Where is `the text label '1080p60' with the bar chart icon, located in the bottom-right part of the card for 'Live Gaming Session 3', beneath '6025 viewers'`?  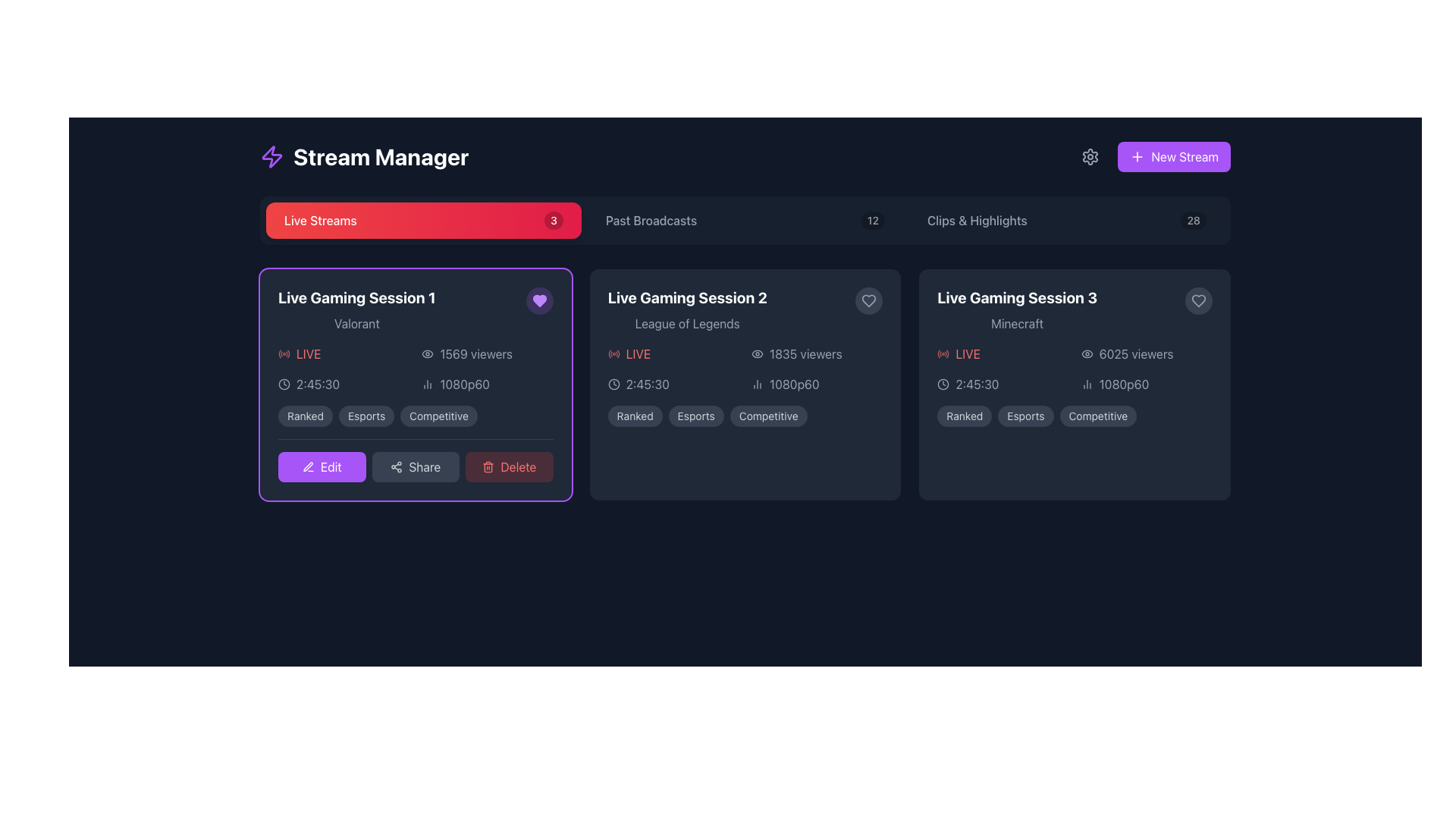
the text label '1080p60' with the bar chart icon, located in the bottom-right part of the card for 'Live Gaming Session 3', beneath '6025 viewers' is located at coordinates (1147, 383).